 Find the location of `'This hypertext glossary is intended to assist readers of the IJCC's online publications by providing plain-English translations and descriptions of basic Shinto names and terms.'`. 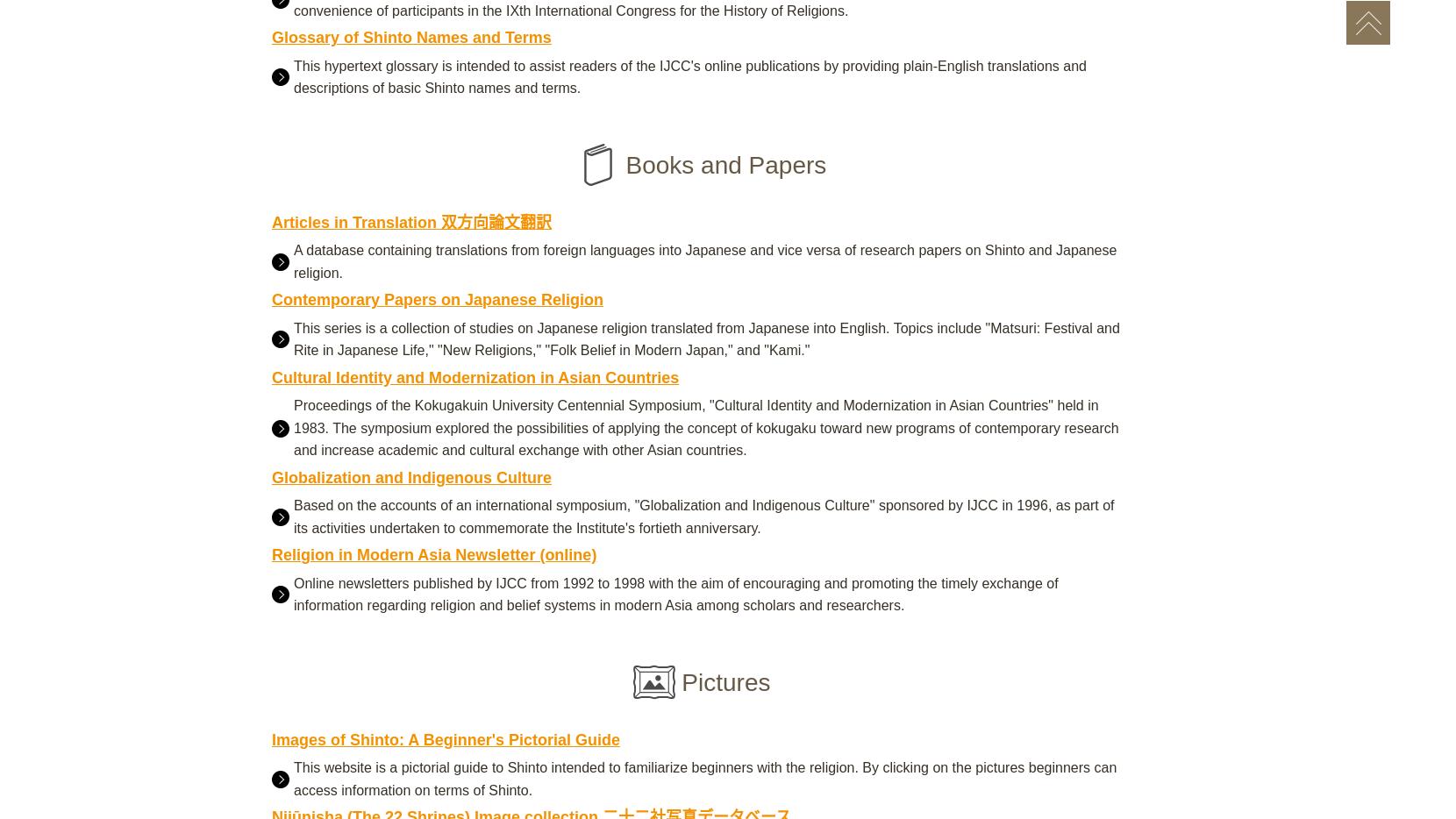

'This hypertext glossary is intended to assist readers of the IJCC's online publications by providing plain-English translations and descriptions of basic Shinto names and terms.' is located at coordinates (293, 76).